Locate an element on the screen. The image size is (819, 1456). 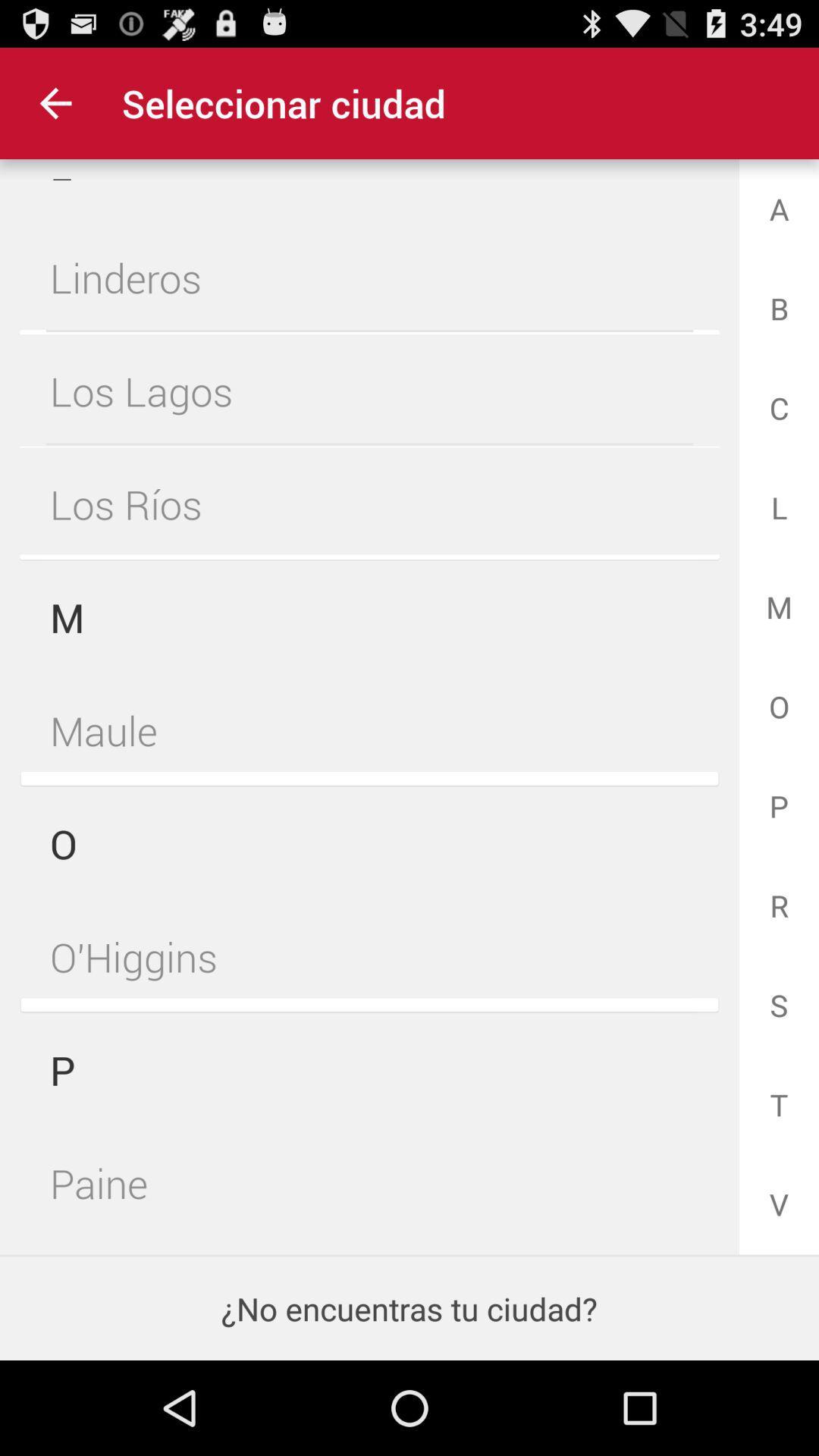
item at the top left corner is located at coordinates (55, 102).